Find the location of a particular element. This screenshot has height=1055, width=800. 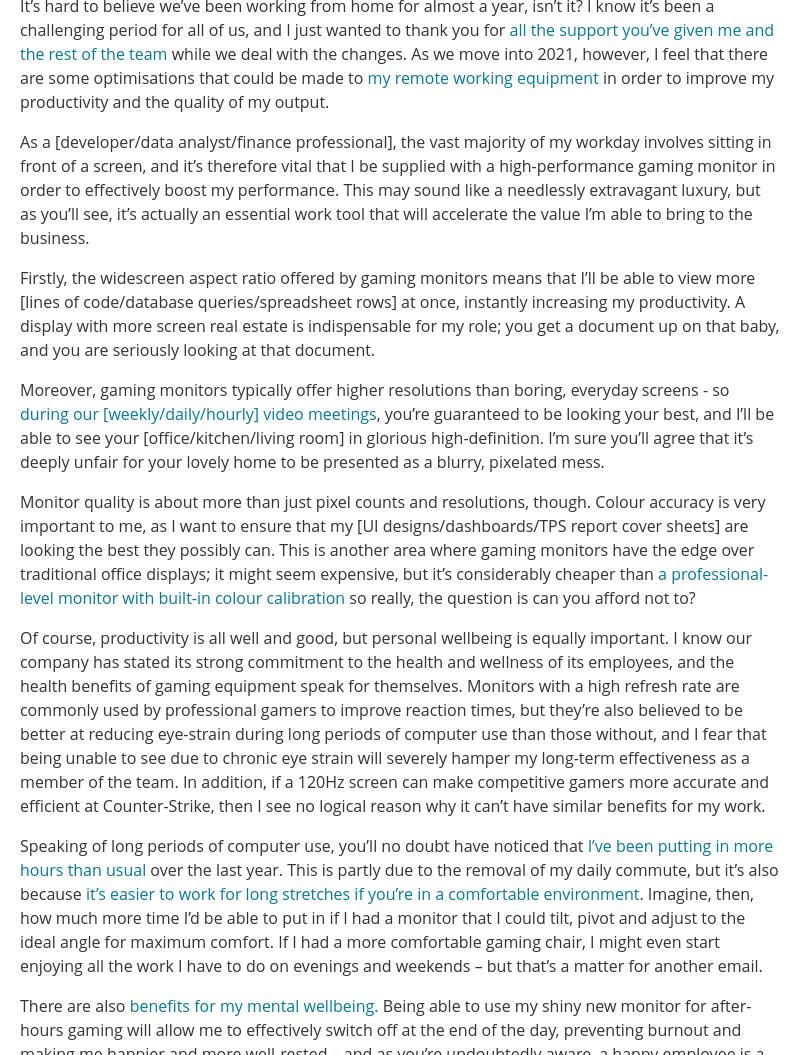

'a professional-level monitor with built-in colour calibration' is located at coordinates (20, 583).